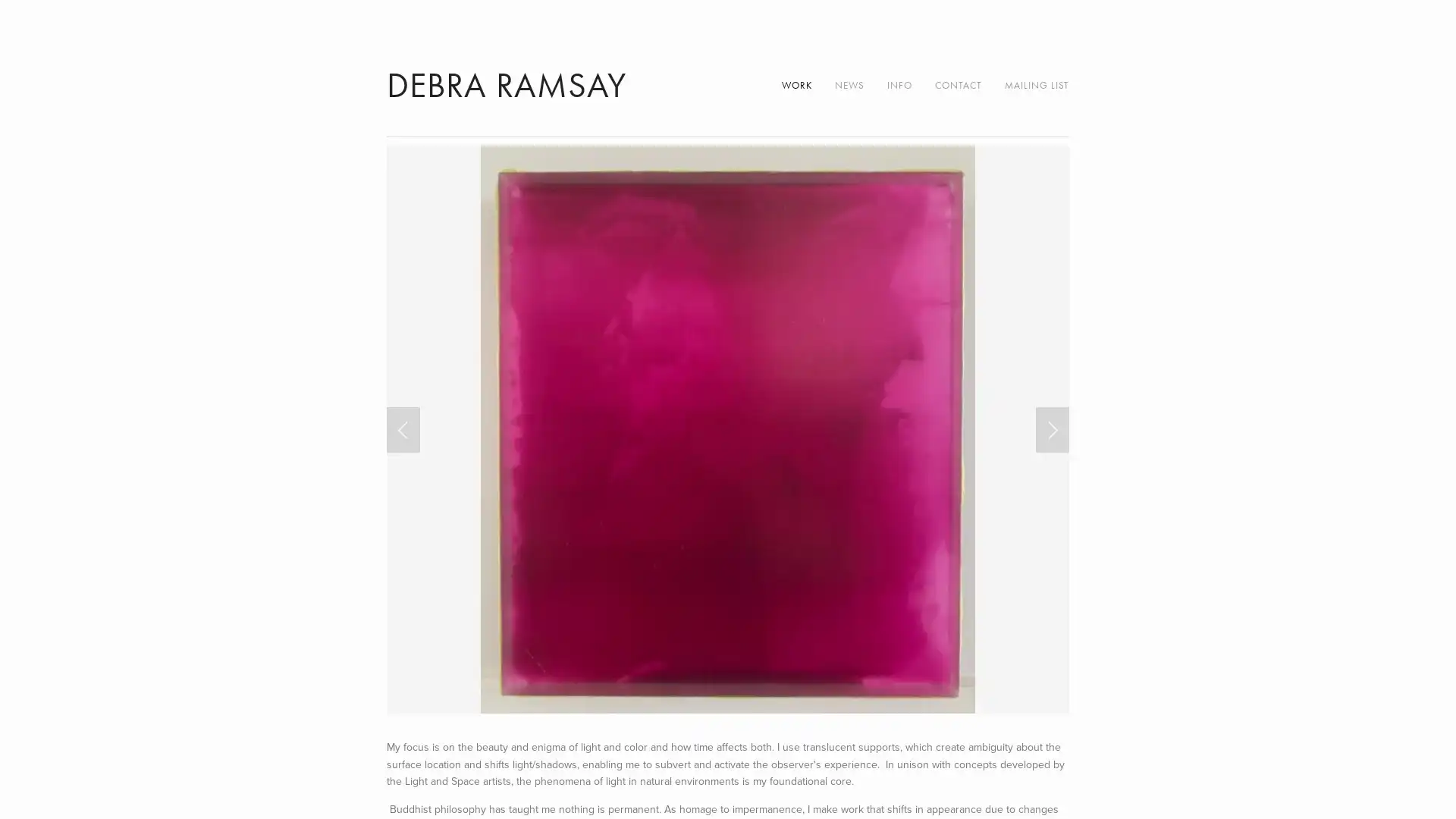 This screenshot has height=819, width=1456. What do you see at coordinates (1051, 429) in the screenshot?
I see `Next Slide` at bounding box center [1051, 429].